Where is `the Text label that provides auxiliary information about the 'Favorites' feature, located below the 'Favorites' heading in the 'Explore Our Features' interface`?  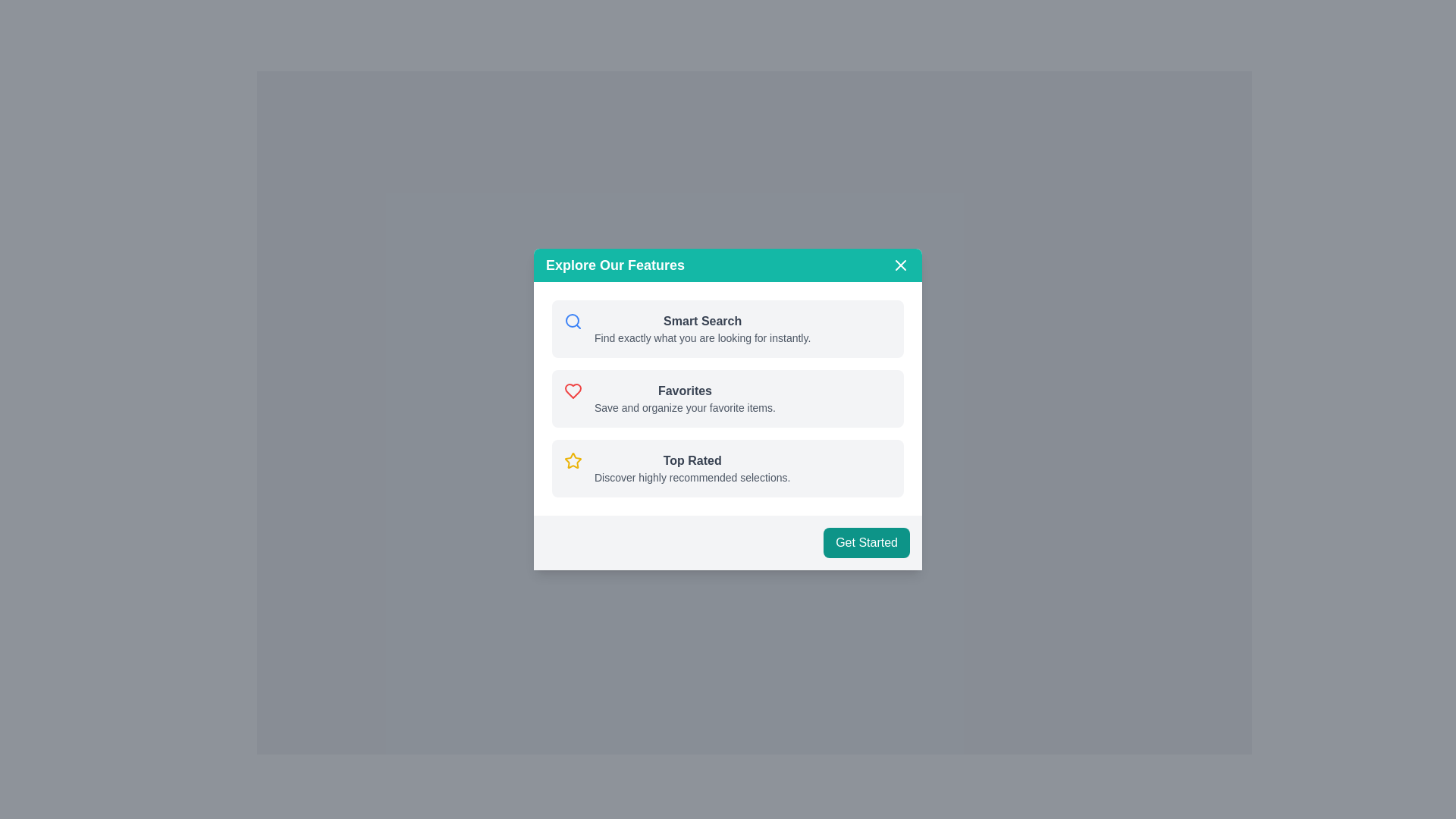 the Text label that provides auxiliary information about the 'Favorites' feature, located below the 'Favorites' heading in the 'Explore Our Features' interface is located at coordinates (684, 406).